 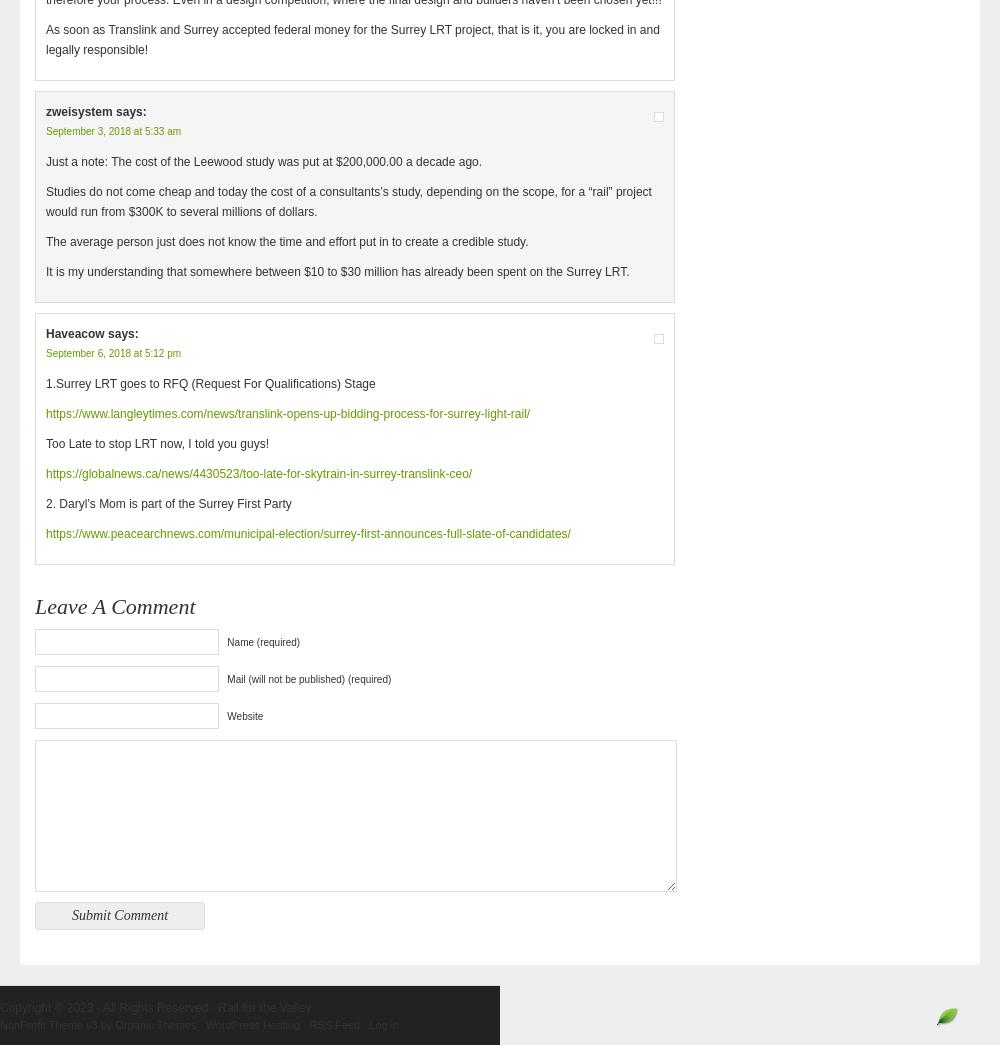 I want to click on 'Log in', so click(x=384, y=1025).